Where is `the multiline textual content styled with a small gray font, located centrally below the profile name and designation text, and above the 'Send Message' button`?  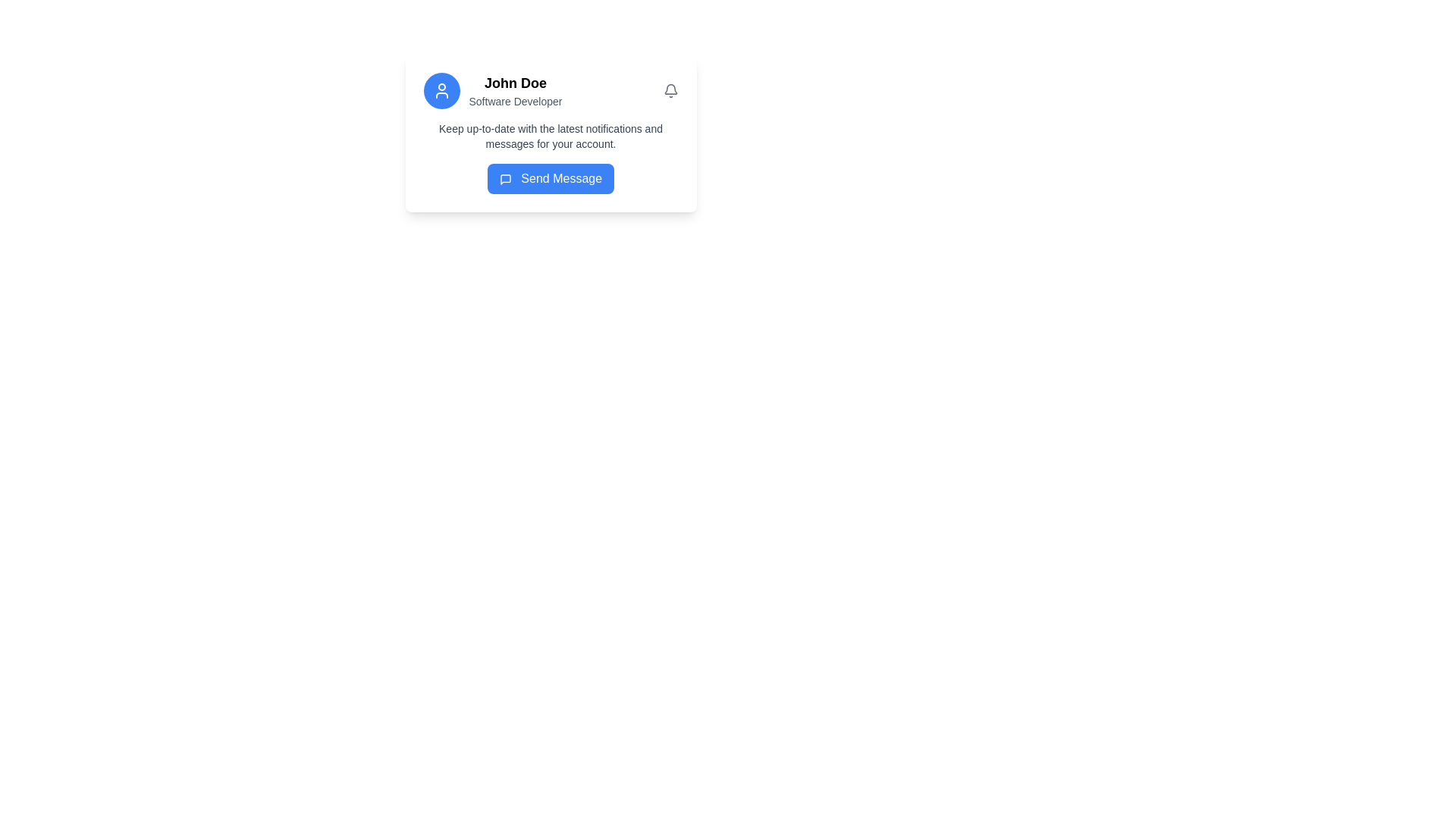 the multiline textual content styled with a small gray font, located centrally below the profile name and designation text, and above the 'Send Message' button is located at coordinates (550, 136).